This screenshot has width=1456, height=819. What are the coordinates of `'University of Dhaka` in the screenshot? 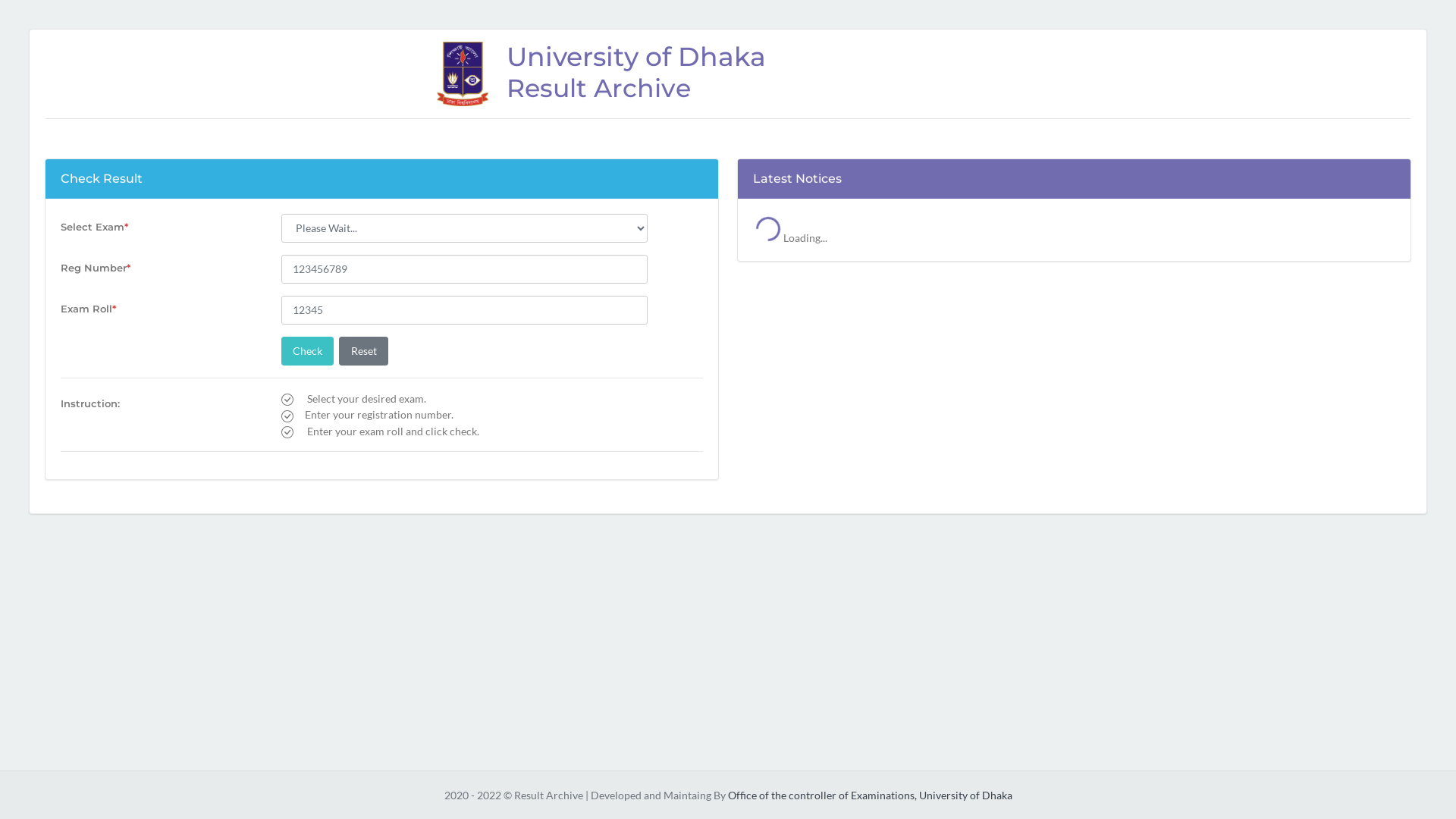 It's located at (726, 74).